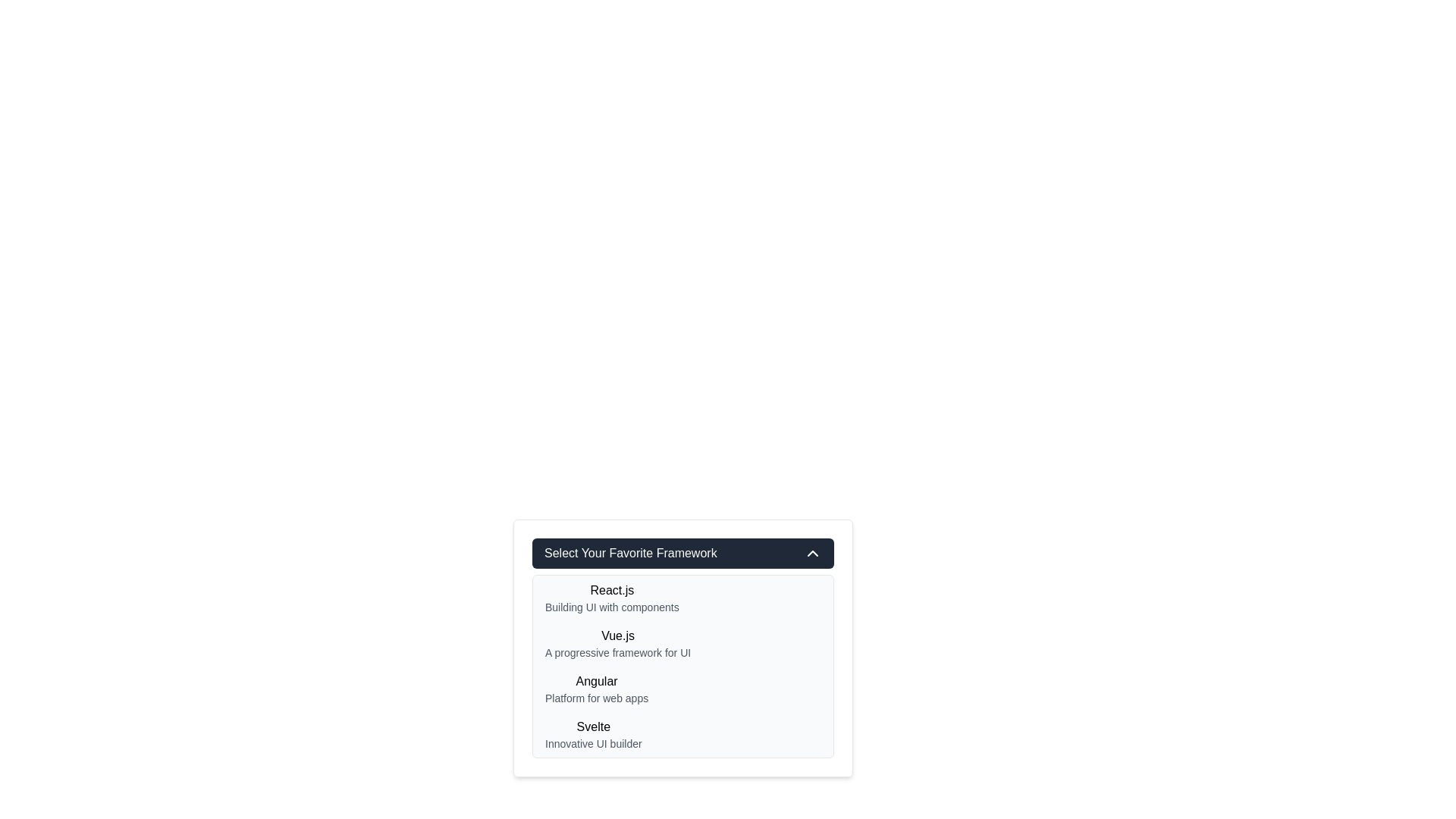  Describe the element at coordinates (682, 629) in the screenshot. I see `the 'Vue.js' option in the dropdown list` at that location.